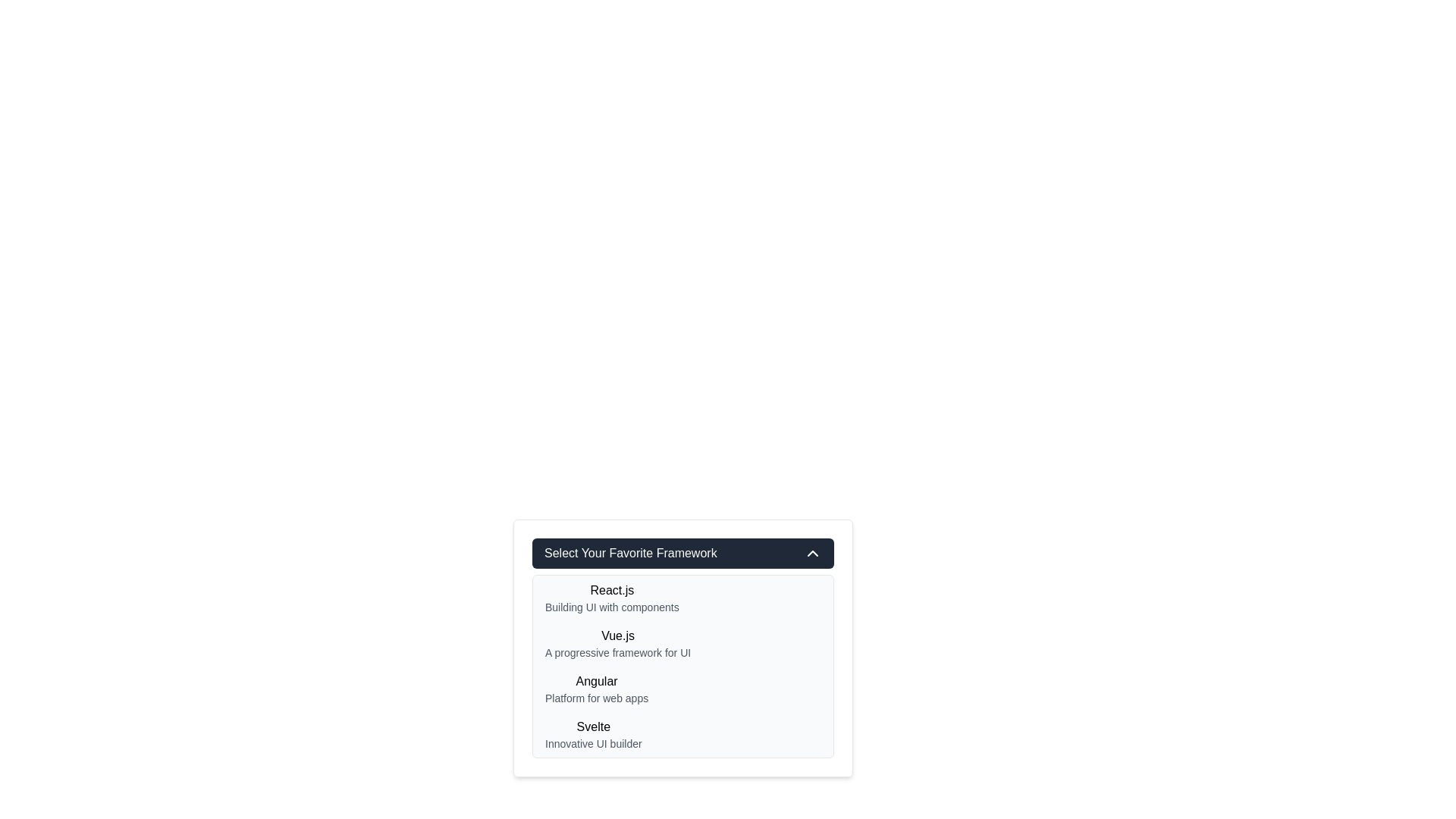  Describe the element at coordinates (682, 629) in the screenshot. I see `the 'Vue.js' option in the dropdown list` at that location.